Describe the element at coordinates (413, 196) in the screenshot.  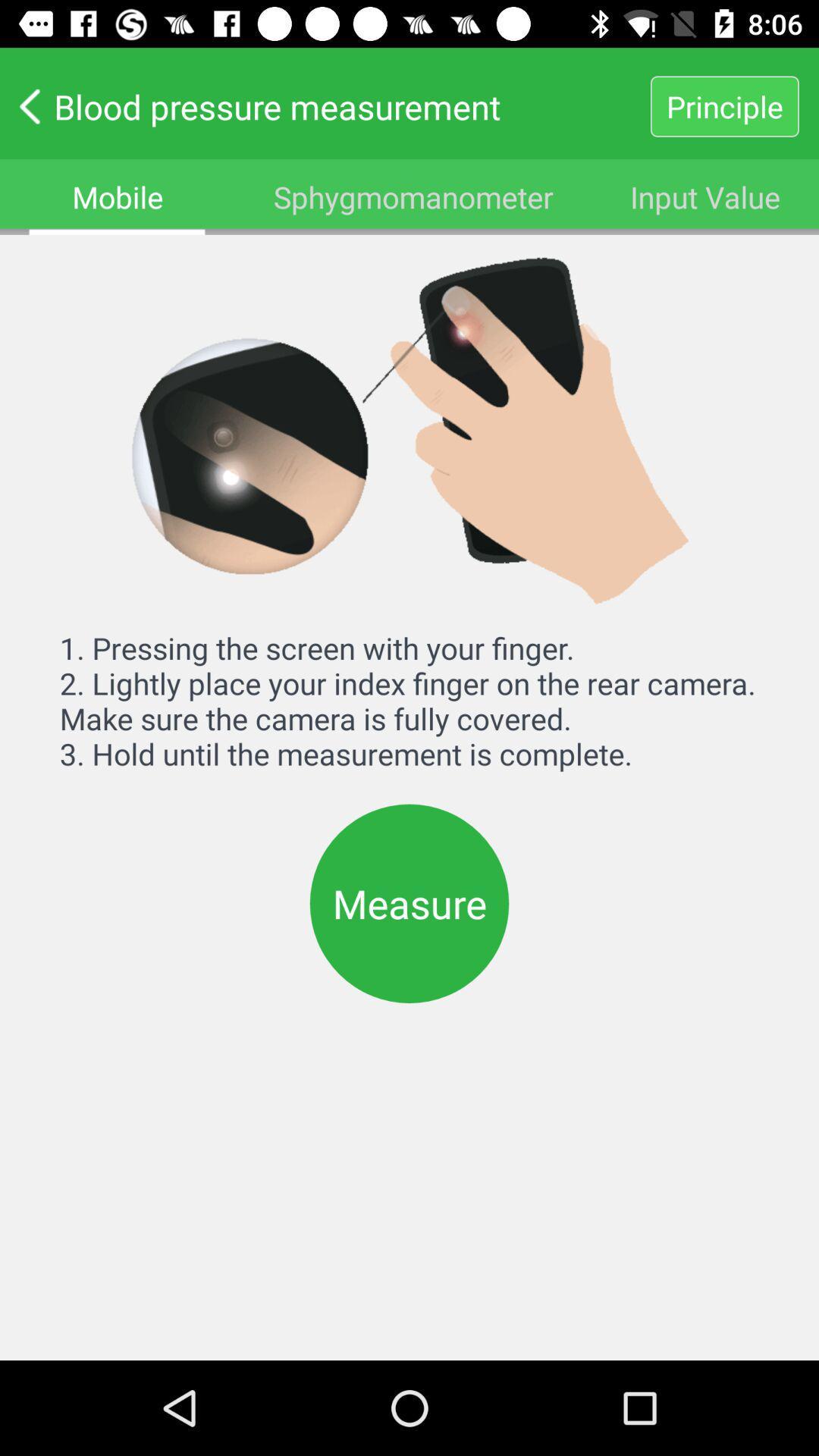
I see `the sphygmomanometer` at that location.